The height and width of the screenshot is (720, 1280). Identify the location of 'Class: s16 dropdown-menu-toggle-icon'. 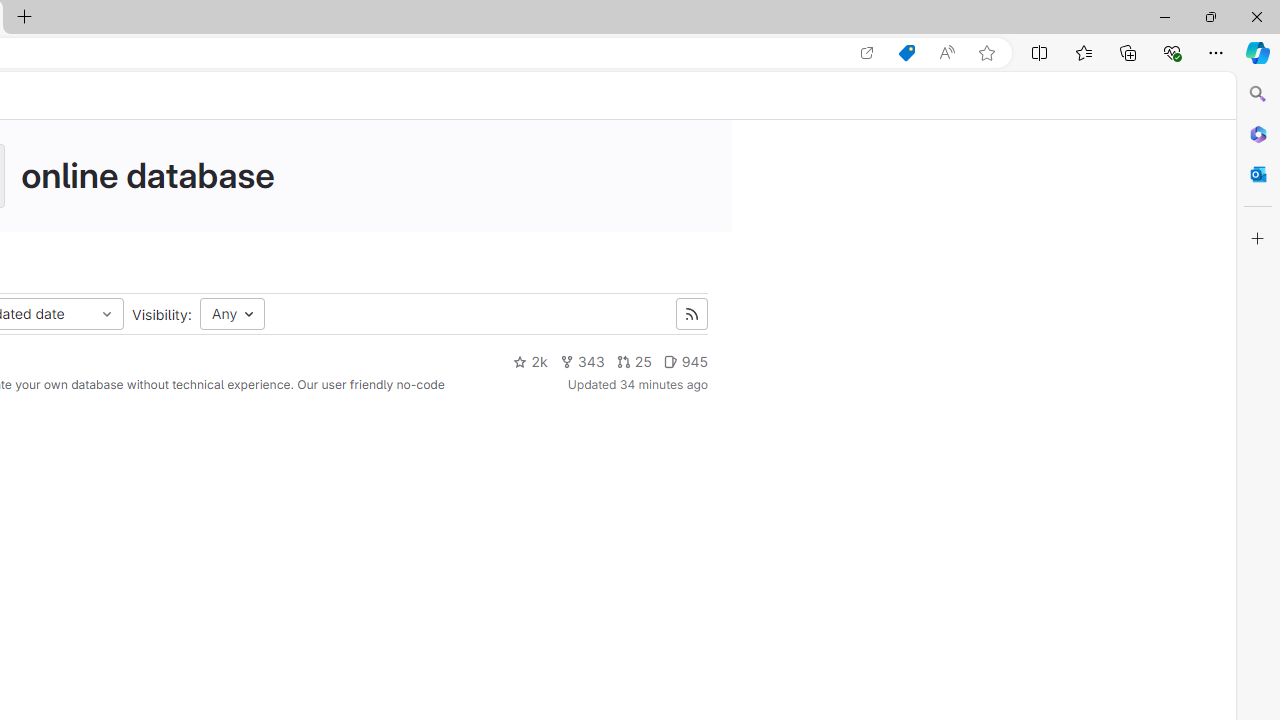
(105, 314).